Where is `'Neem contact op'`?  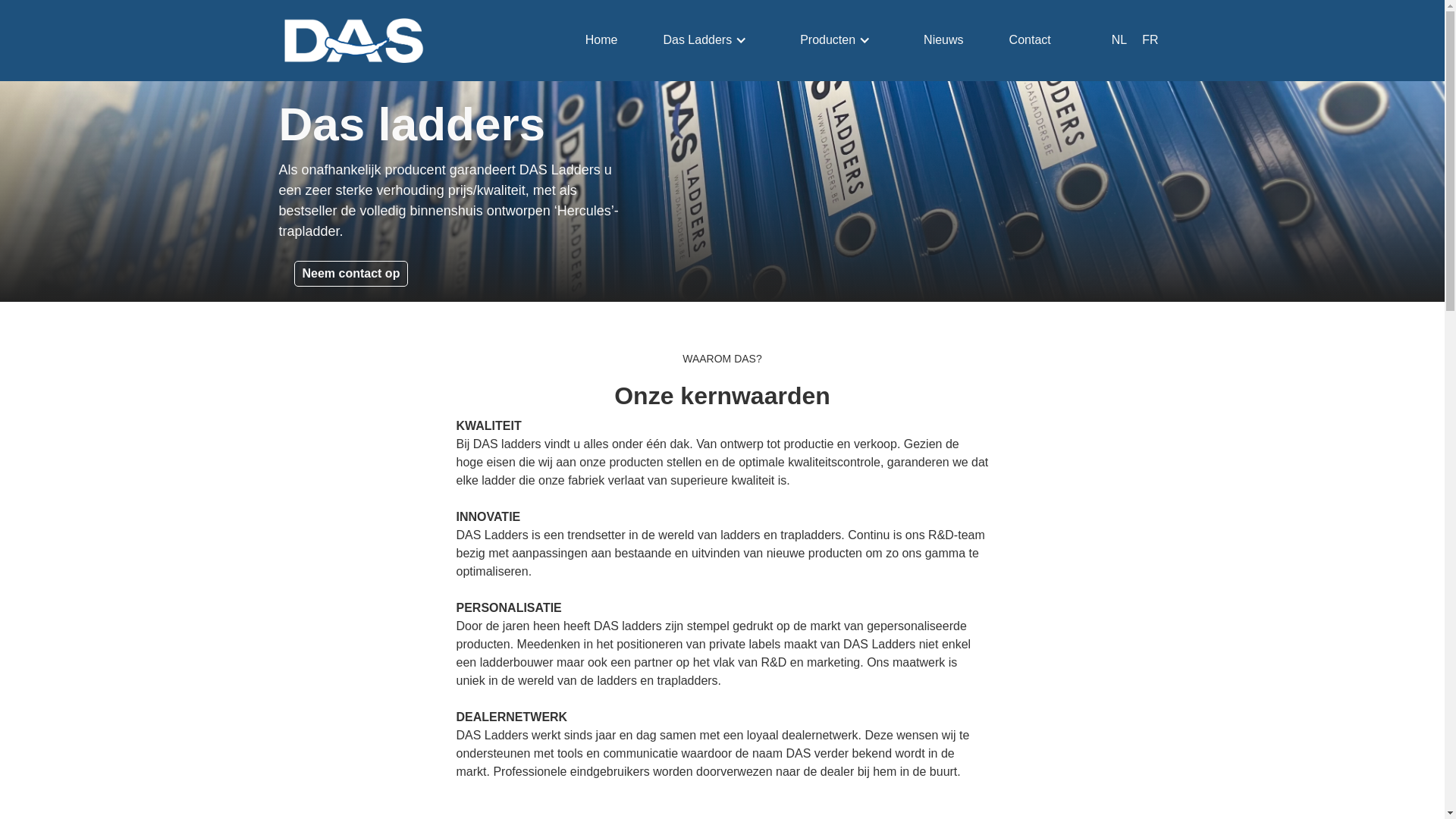 'Neem contact op' is located at coordinates (350, 274).